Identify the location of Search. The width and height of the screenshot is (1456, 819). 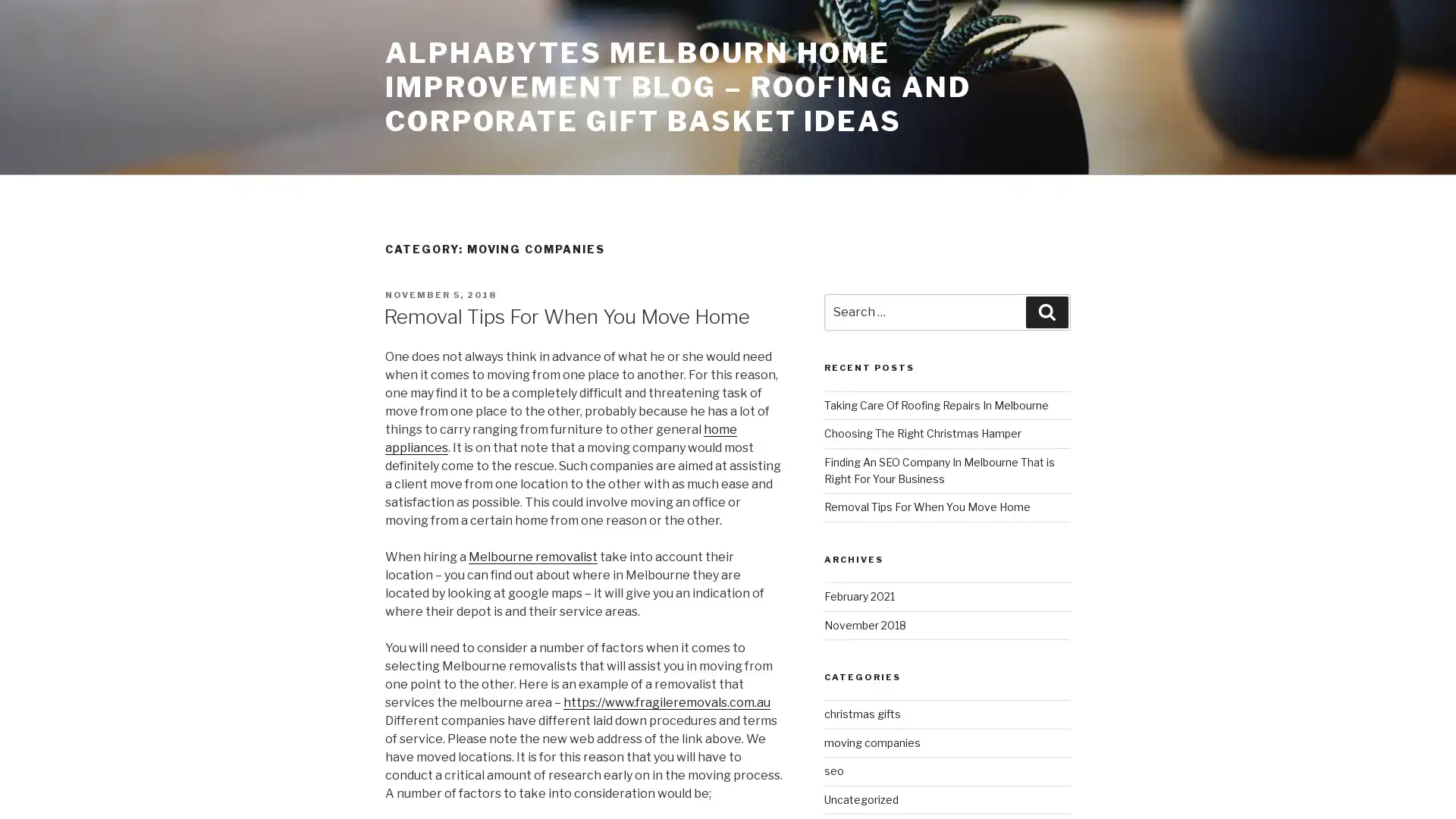
(1046, 312).